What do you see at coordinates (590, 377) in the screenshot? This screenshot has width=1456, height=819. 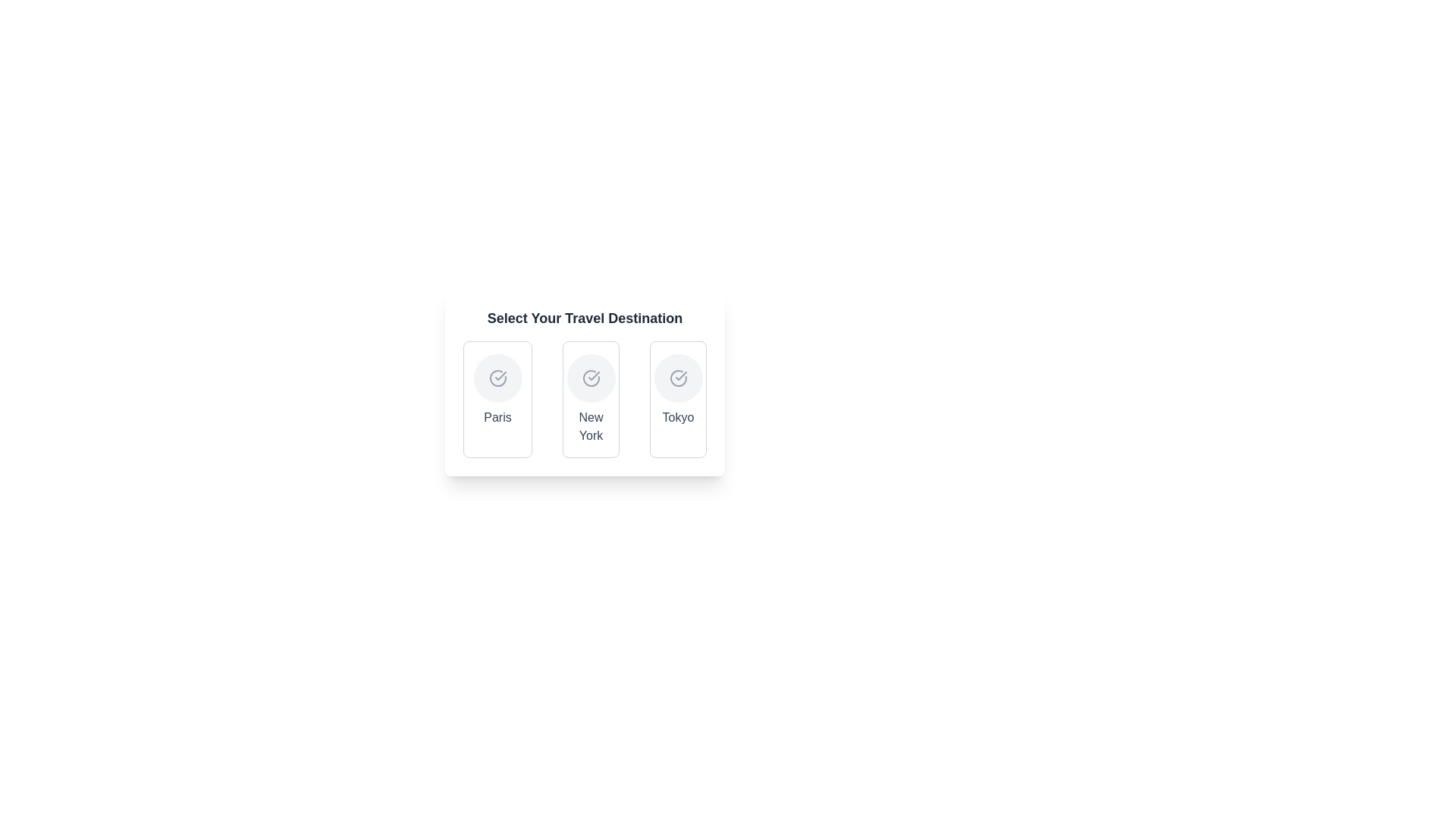 I see `the circular checkmark icon located in the center of the 'New York' card` at bounding box center [590, 377].